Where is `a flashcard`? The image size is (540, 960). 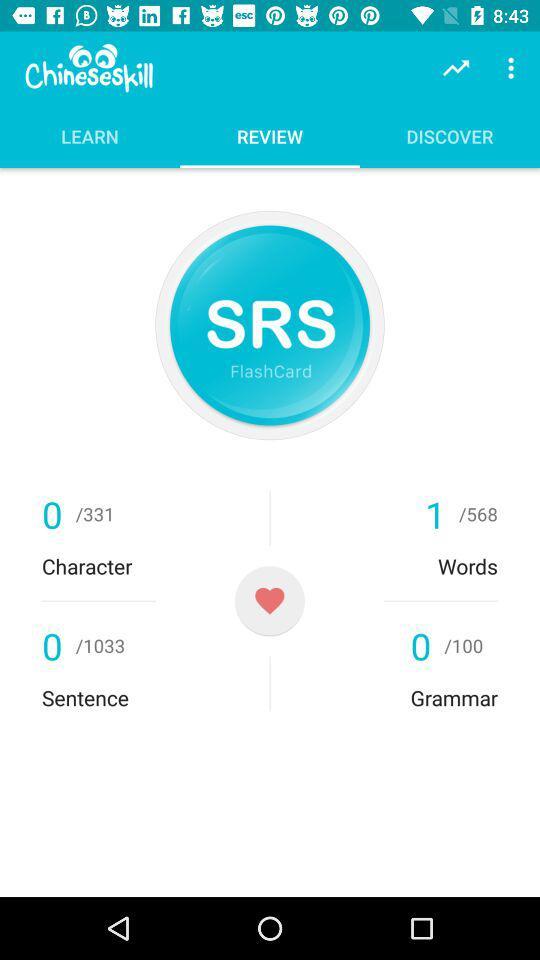
a flashcard is located at coordinates (269, 600).